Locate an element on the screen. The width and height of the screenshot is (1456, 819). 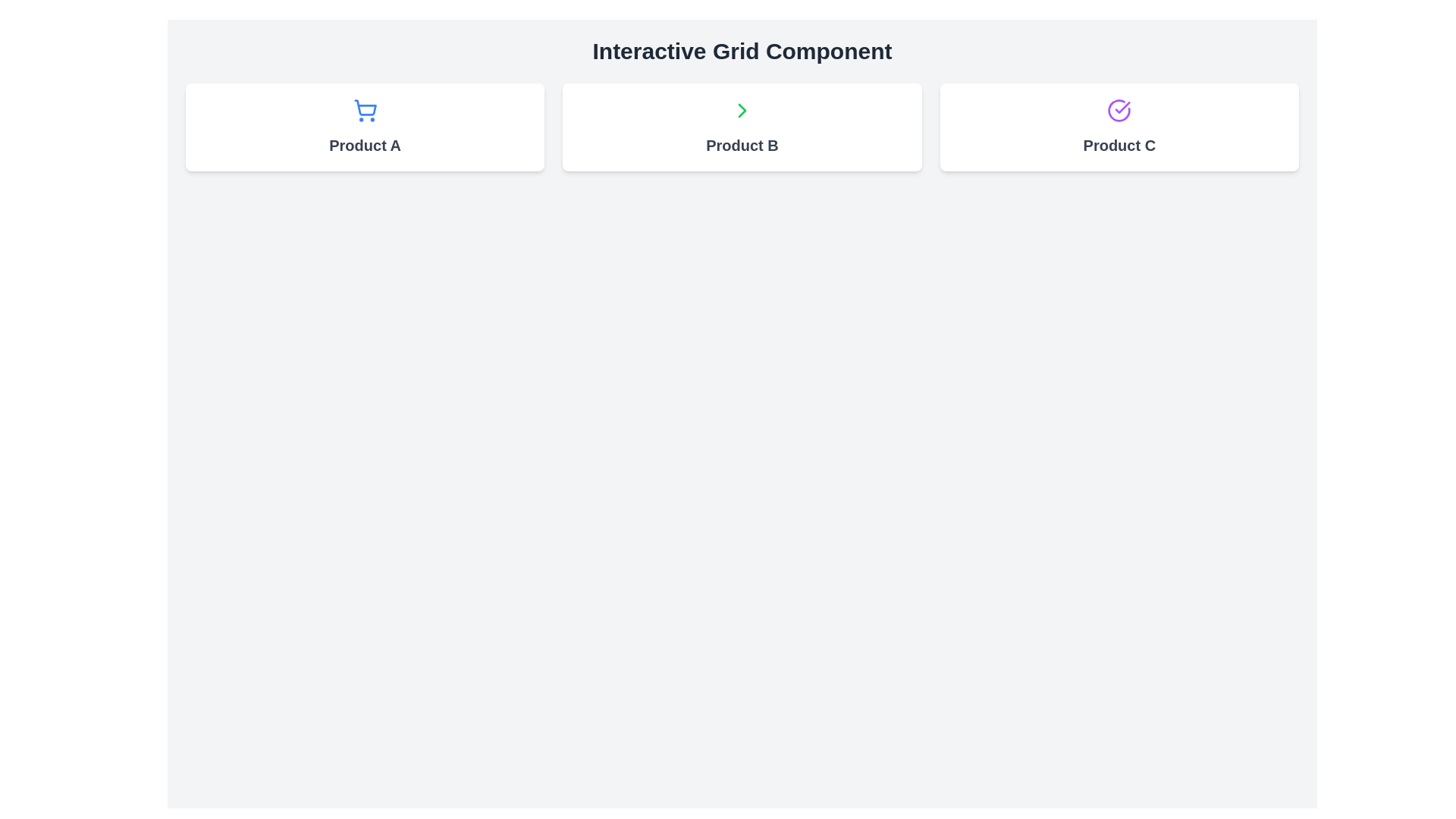
the checkmark icon with a purple outline, which symbolizes confirmation, located within the 'Product C' card on the rightmost side of the grid is located at coordinates (1122, 107).